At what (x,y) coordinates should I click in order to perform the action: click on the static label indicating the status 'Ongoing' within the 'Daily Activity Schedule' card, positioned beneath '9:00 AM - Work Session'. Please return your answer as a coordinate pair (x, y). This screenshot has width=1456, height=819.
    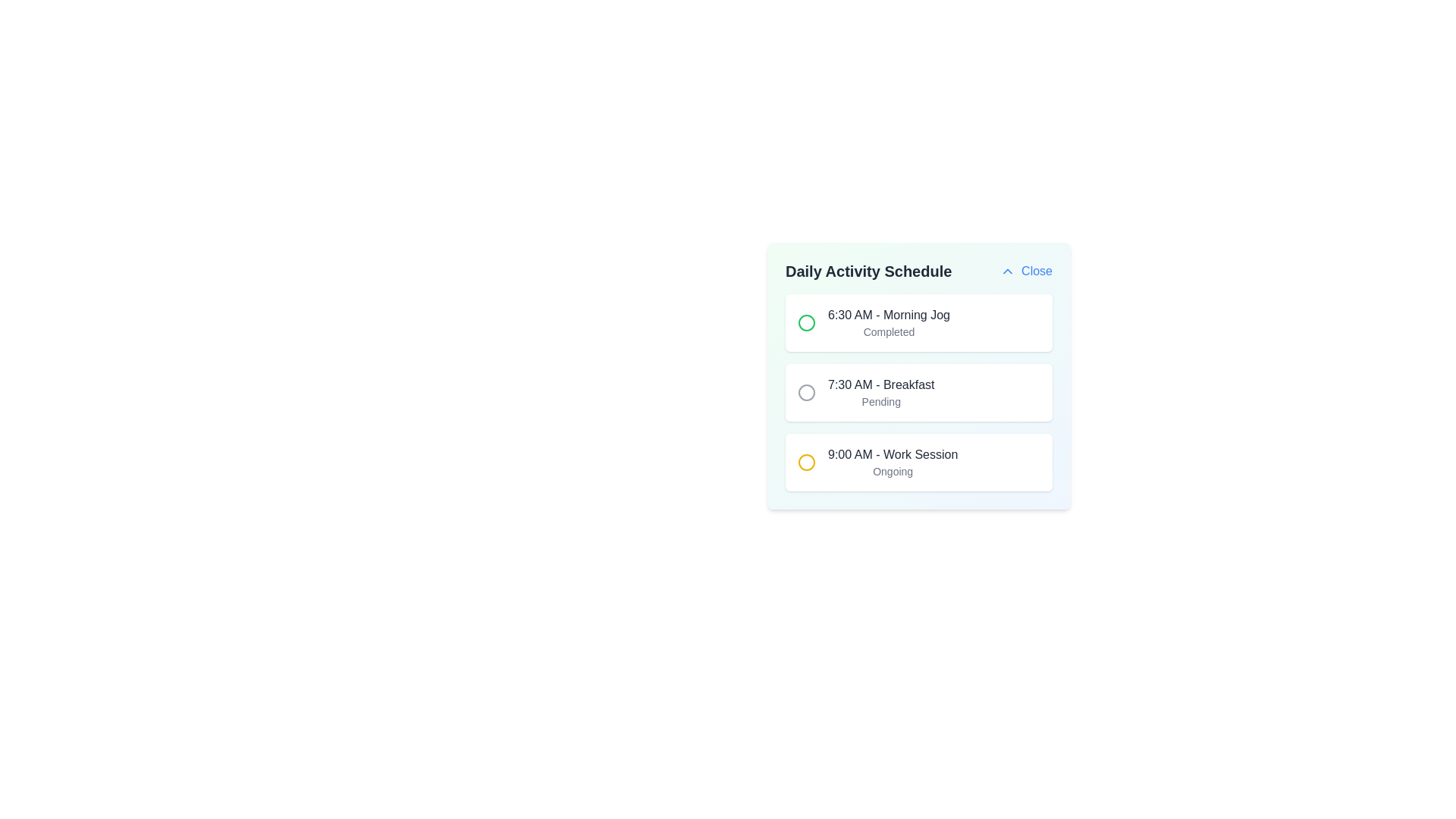
    Looking at the image, I should click on (893, 470).